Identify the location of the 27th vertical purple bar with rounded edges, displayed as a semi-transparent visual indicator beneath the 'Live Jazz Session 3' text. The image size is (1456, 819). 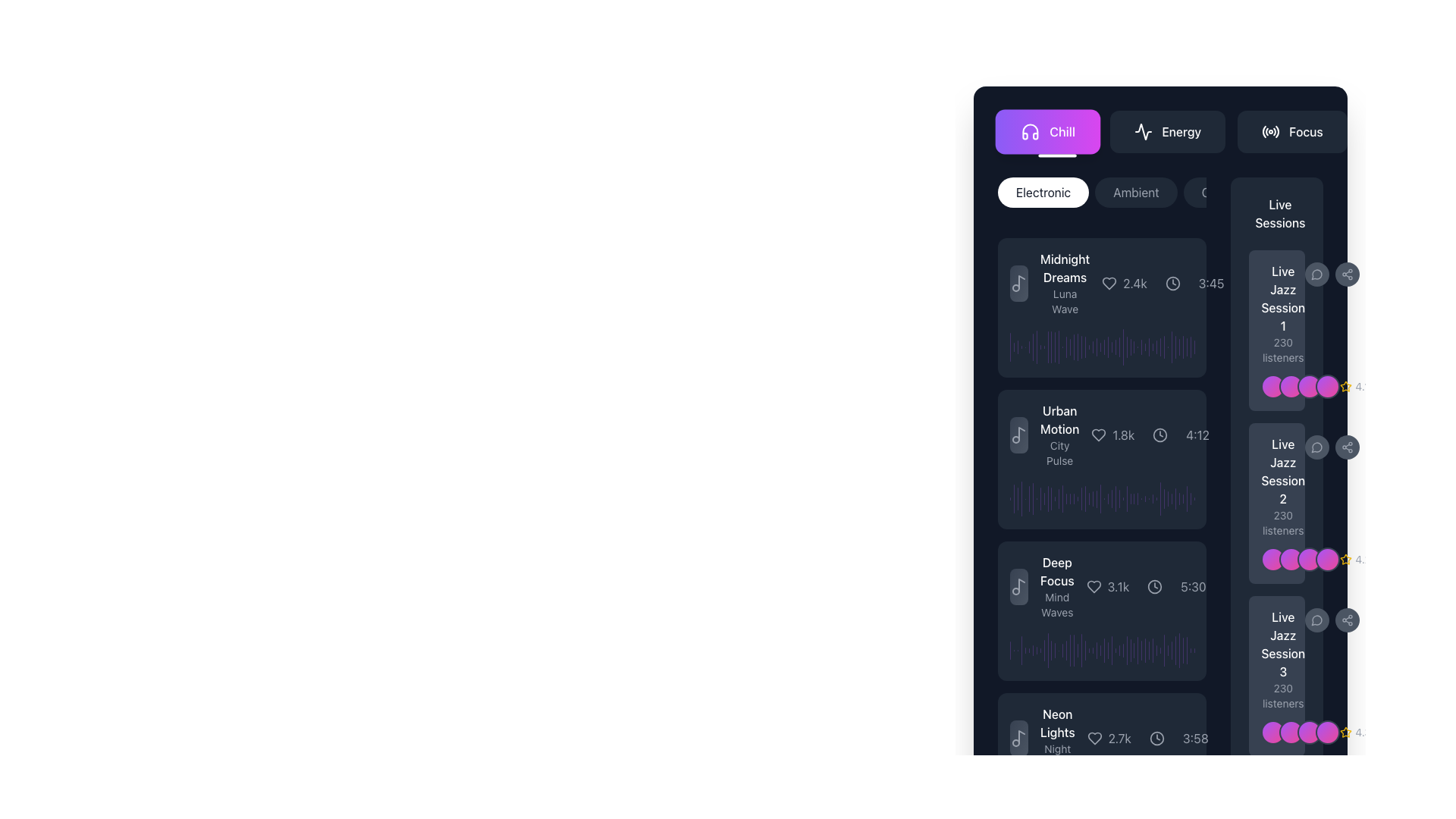
(1100, 649).